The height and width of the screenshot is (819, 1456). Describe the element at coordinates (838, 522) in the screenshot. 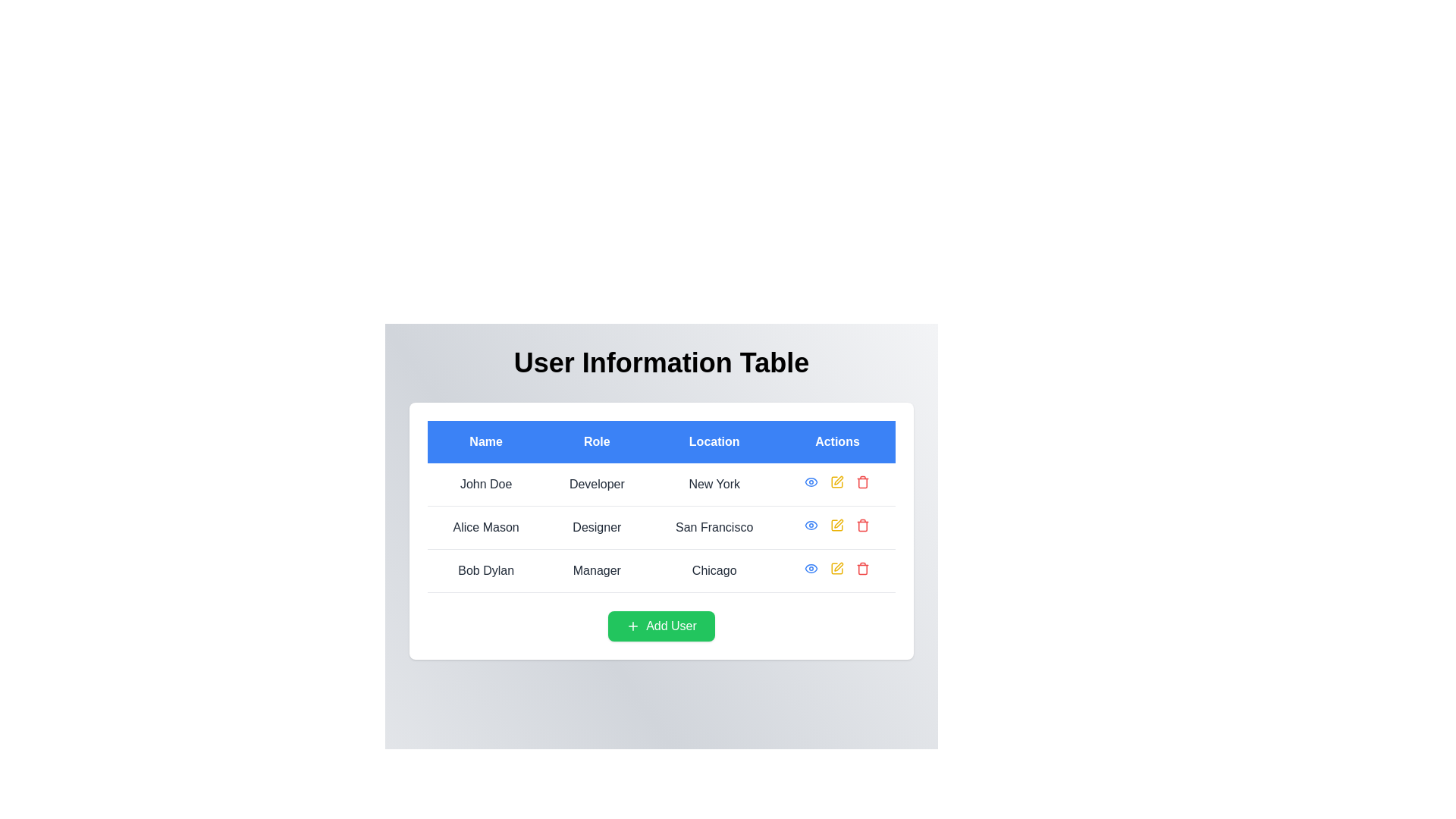

I see `the pen icon in the 'Actions' column of the 'Alice Mason' row to initiate the edit action` at that location.